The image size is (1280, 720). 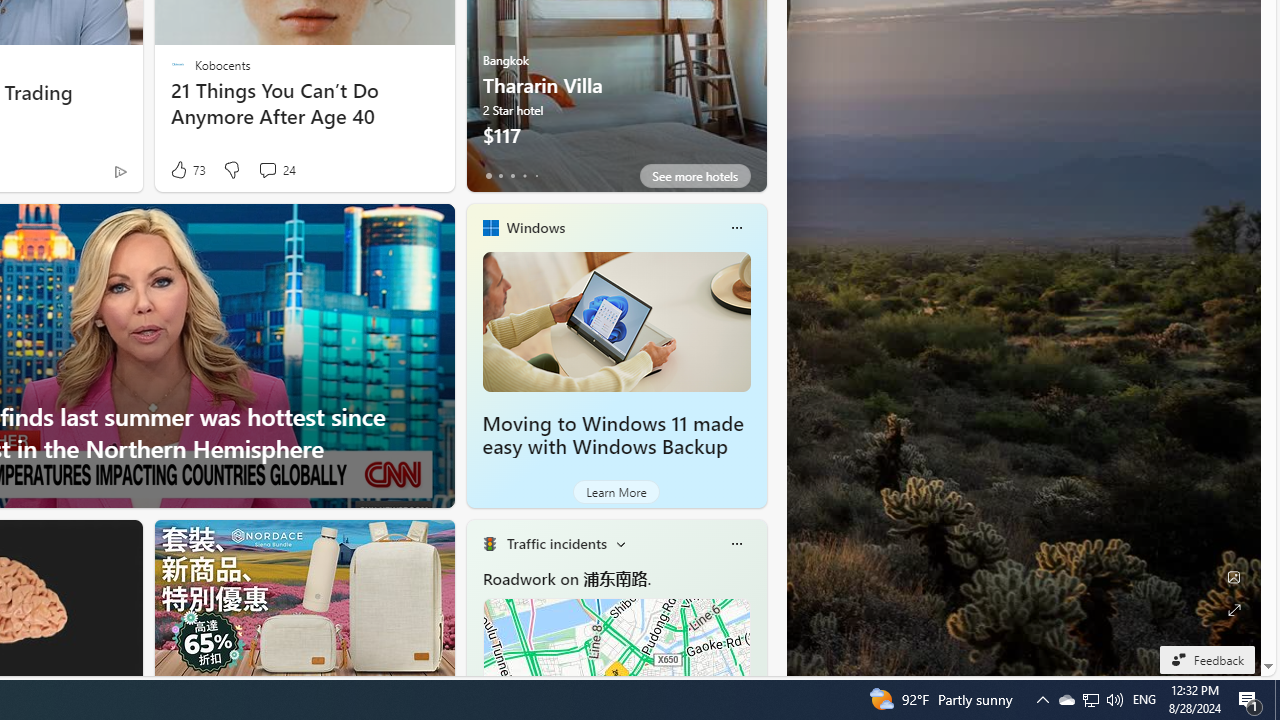 I want to click on 'Windows', so click(x=535, y=226).